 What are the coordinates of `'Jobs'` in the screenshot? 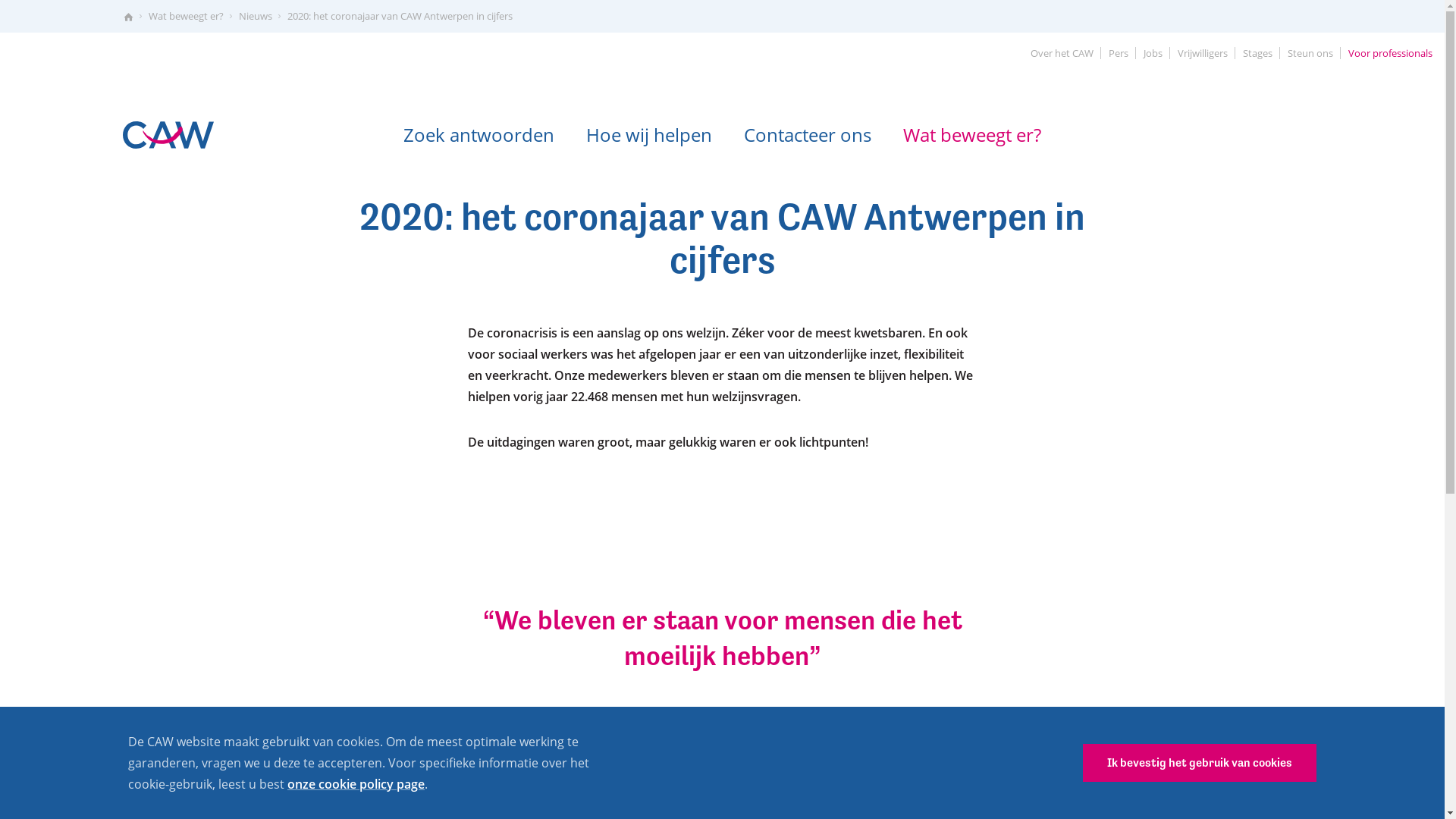 It's located at (1153, 52).